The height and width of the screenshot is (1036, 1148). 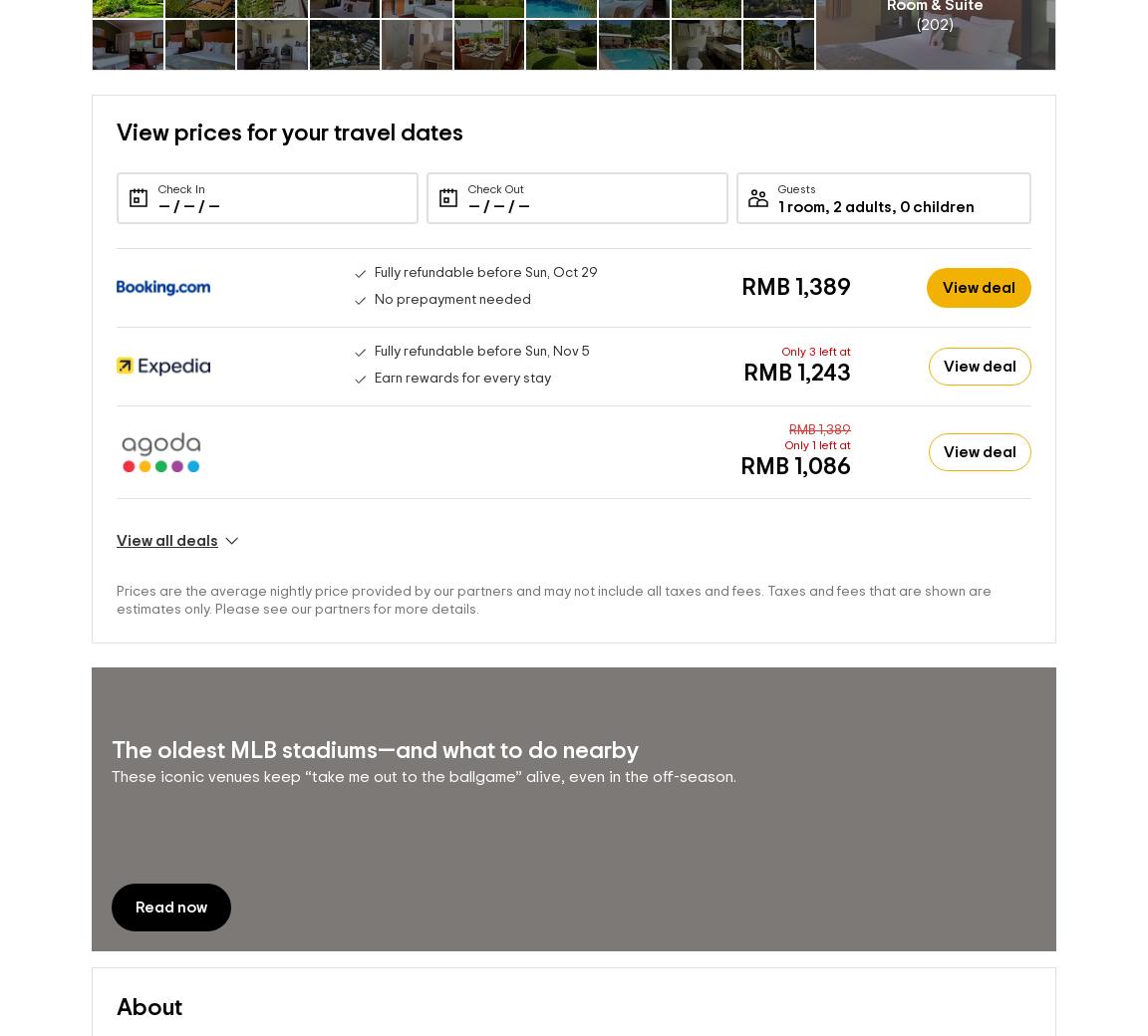 What do you see at coordinates (288, 132) in the screenshot?
I see `'View prices for your travel dates'` at bounding box center [288, 132].